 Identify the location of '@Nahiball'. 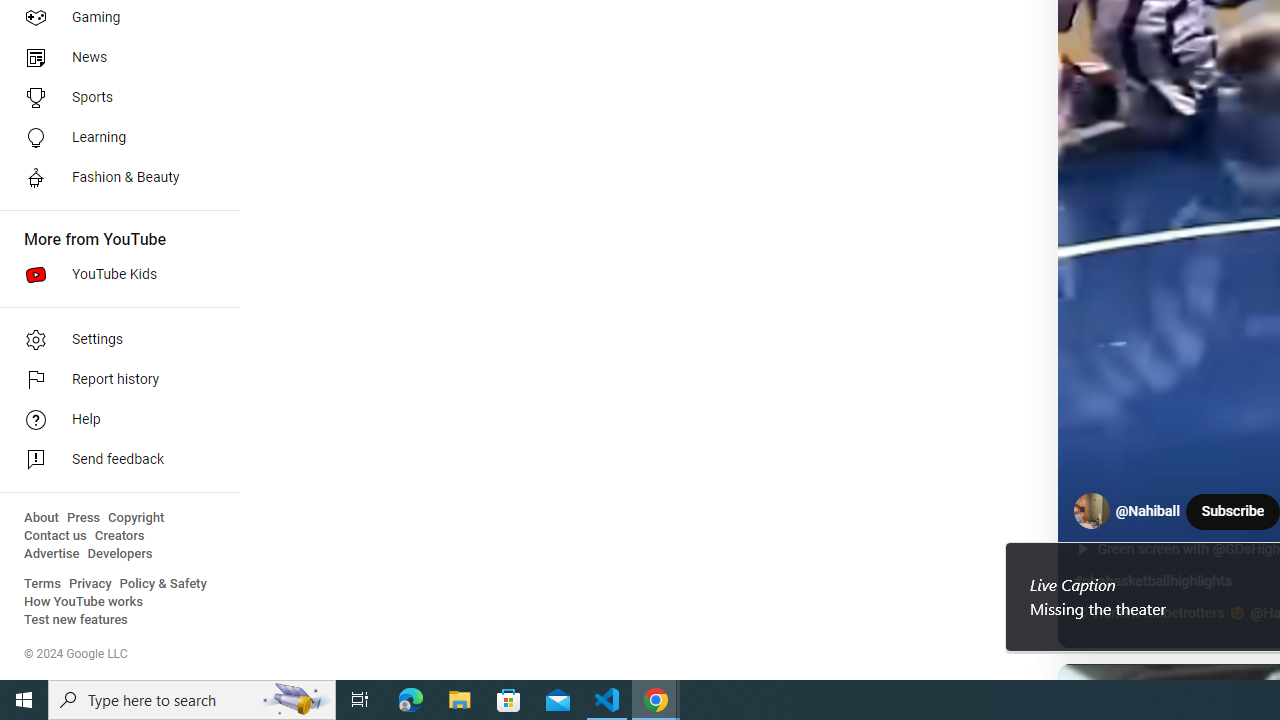
(1148, 510).